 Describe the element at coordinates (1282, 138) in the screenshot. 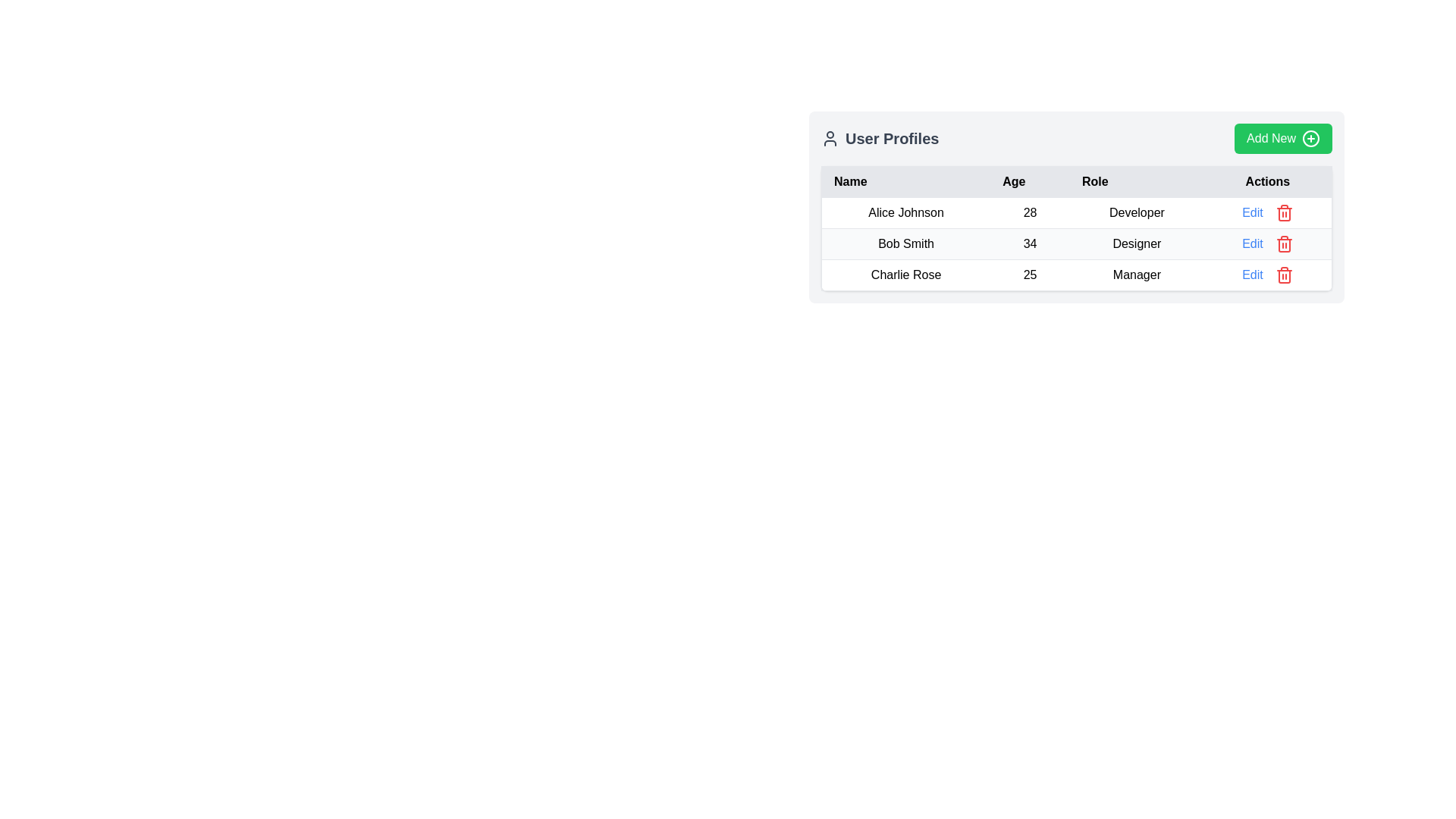

I see `the 'Add New' button, which is a rectangular button with a green background and white text, located in the top-right corner of the 'User Profiles' section` at that location.